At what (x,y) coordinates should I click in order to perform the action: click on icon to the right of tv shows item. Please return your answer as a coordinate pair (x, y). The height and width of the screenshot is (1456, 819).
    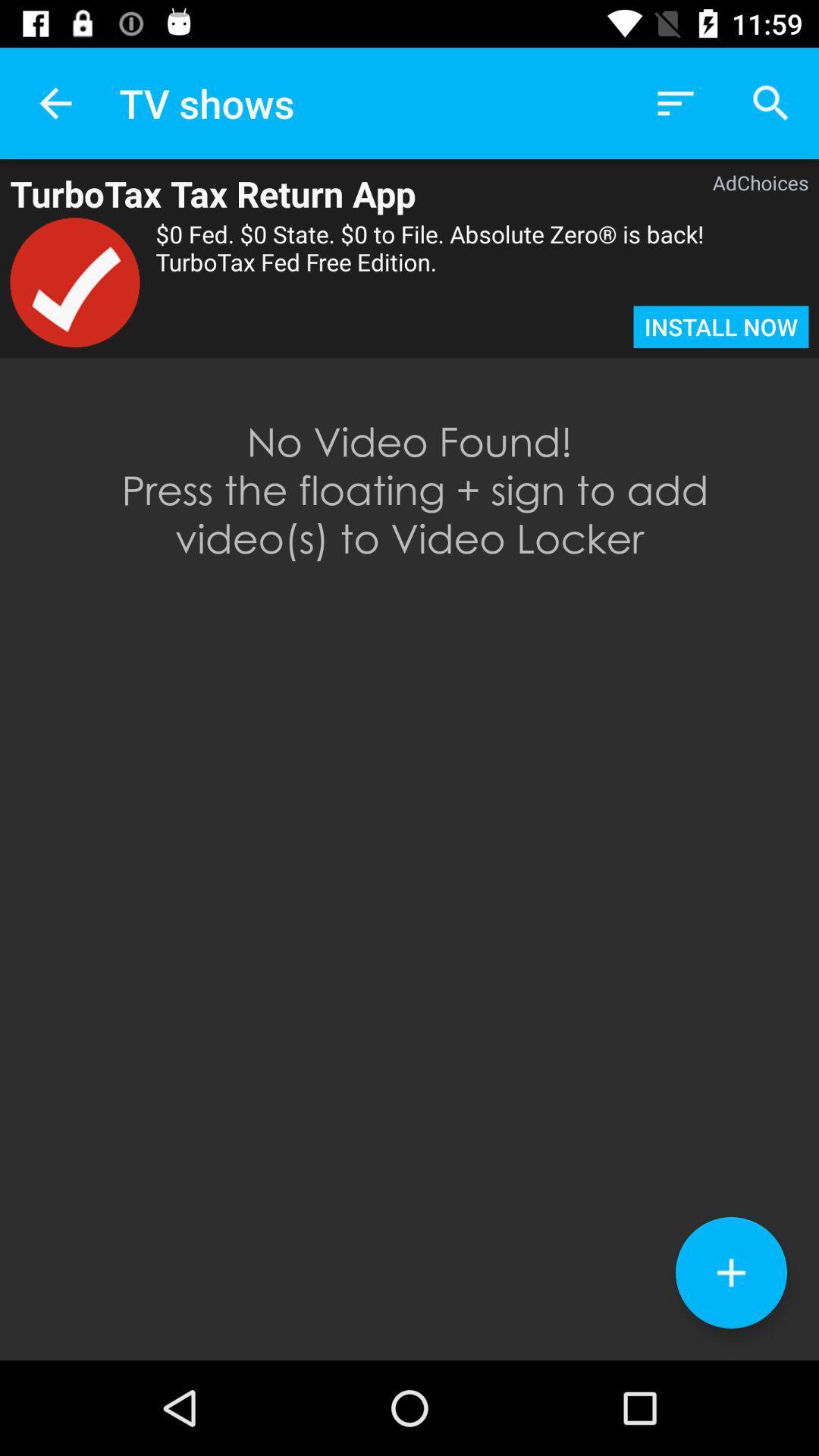
    Looking at the image, I should click on (675, 102).